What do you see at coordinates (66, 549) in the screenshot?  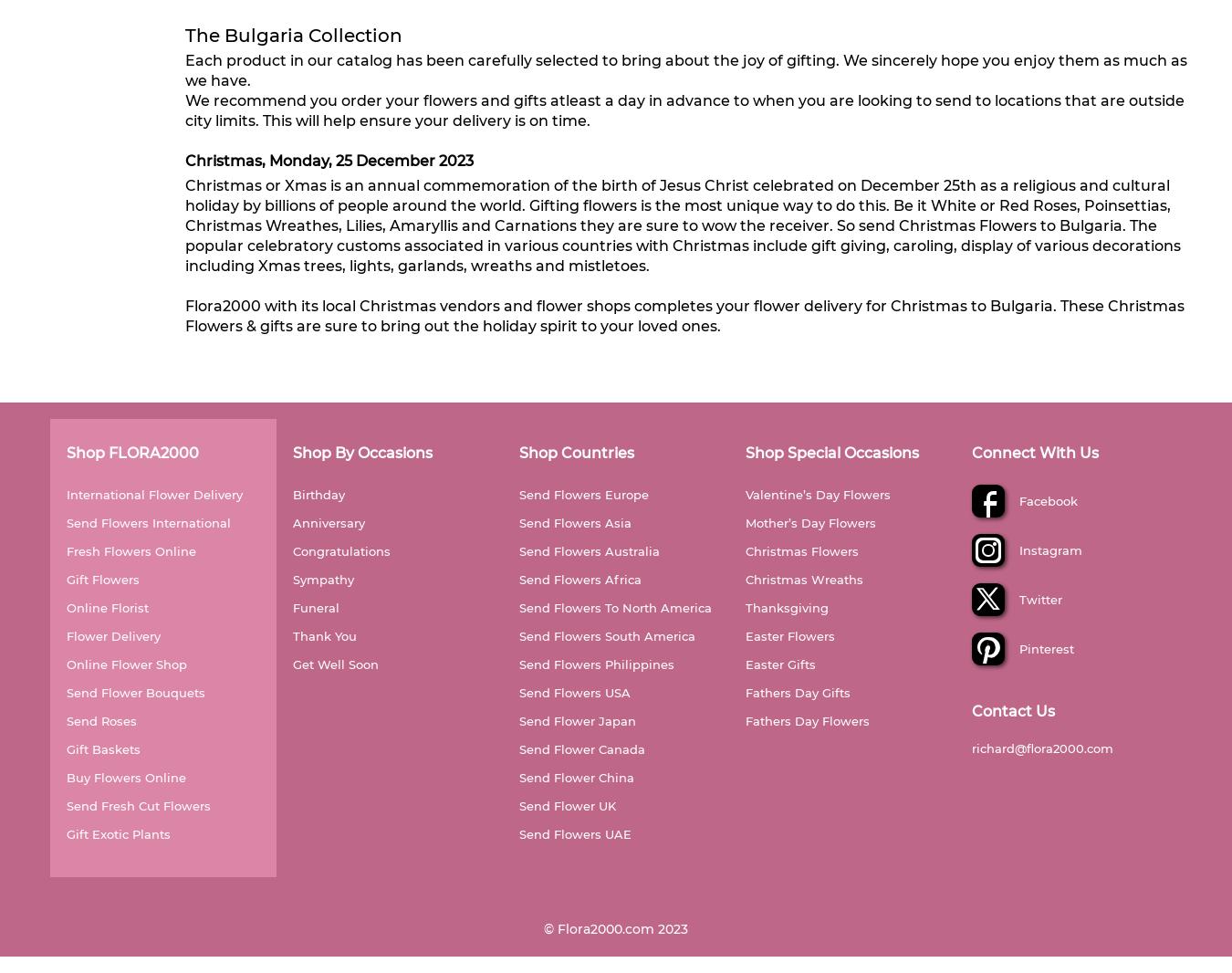 I see `'Fresh Flowers Online'` at bounding box center [66, 549].